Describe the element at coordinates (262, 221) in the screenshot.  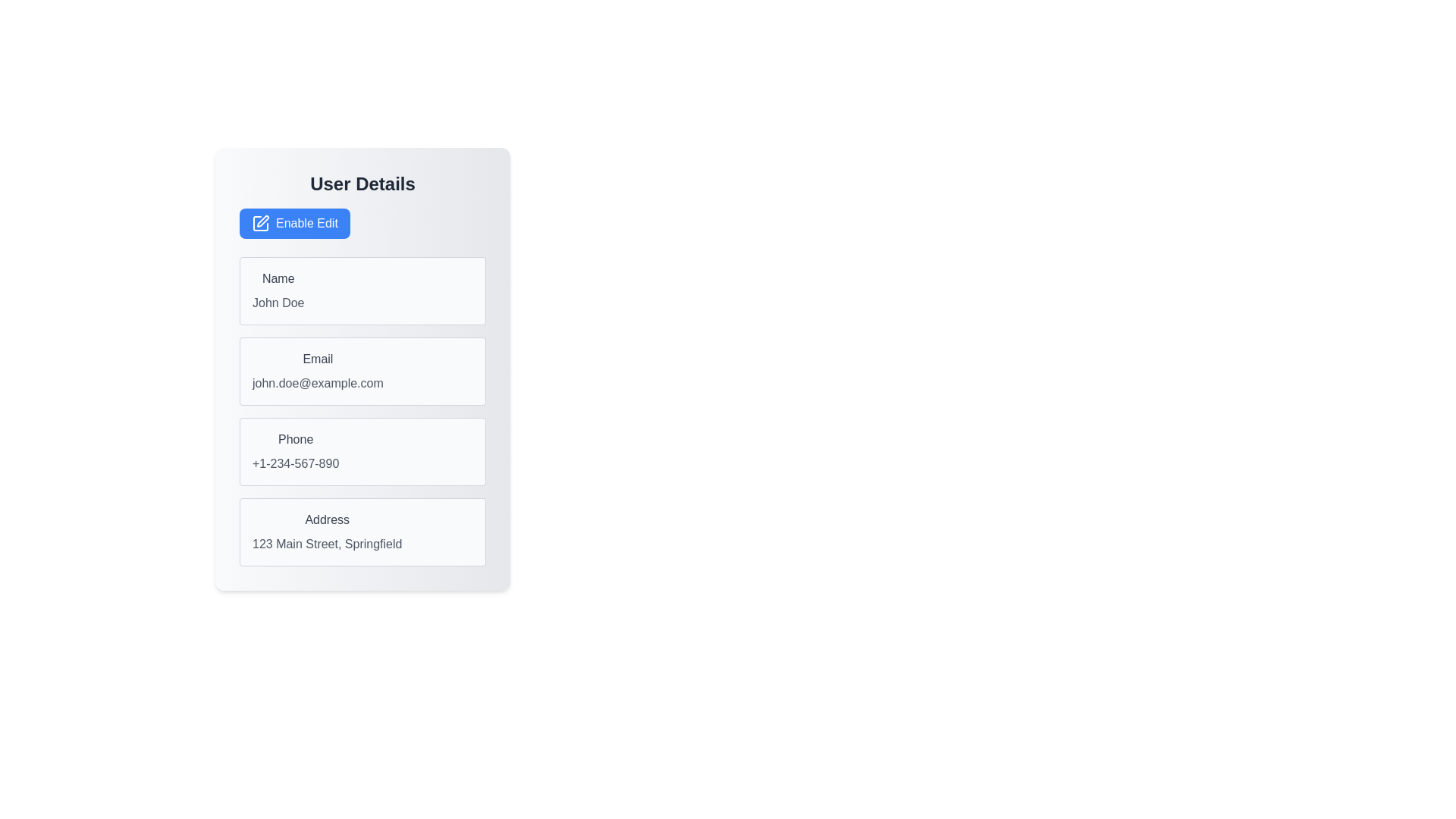
I see `the SVG icon indicating the edit functionality, located at the leftmost part of the blue 'Enable Edit' button near the top of the interface` at that location.